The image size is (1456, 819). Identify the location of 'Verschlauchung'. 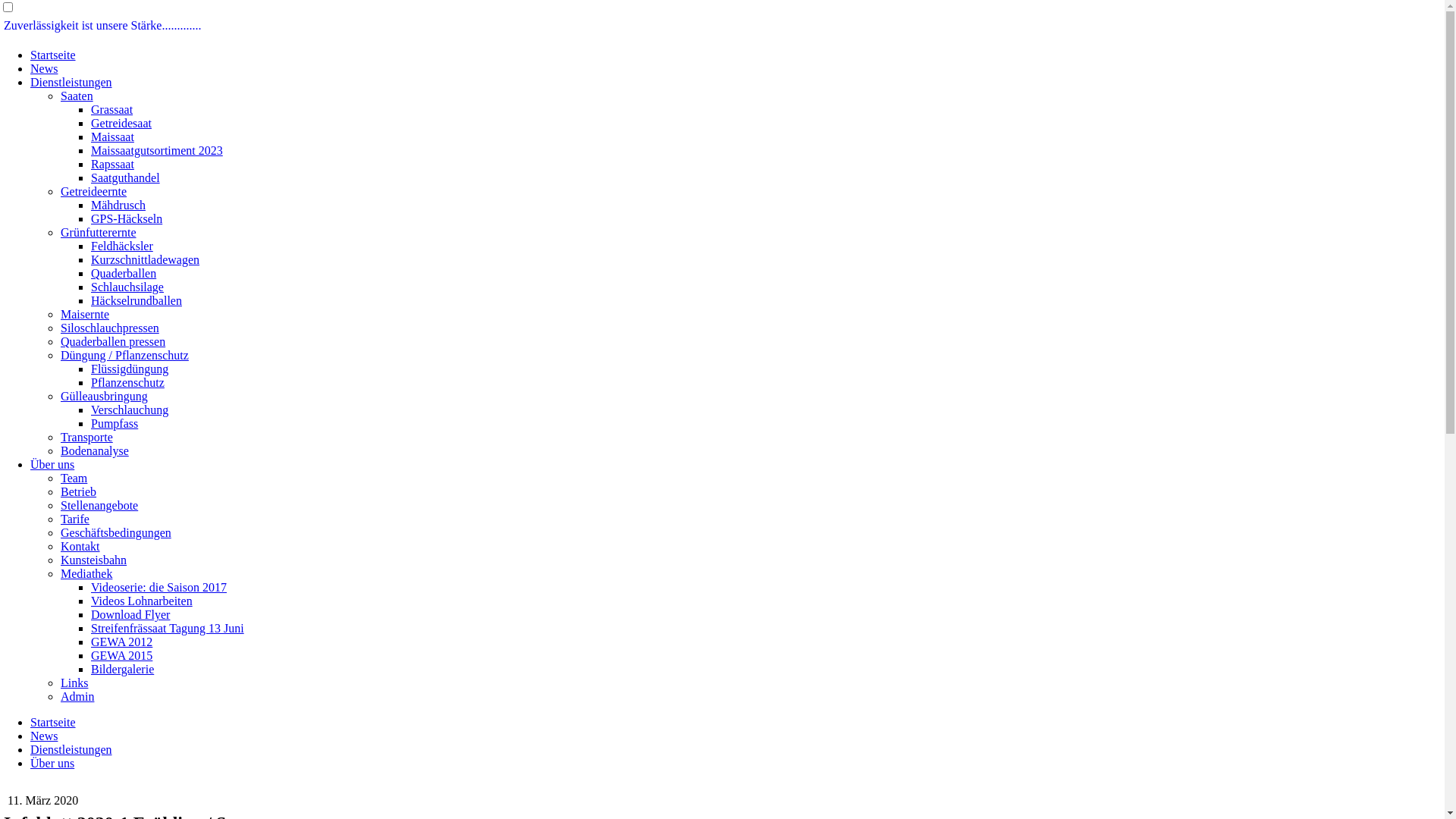
(130, 409).